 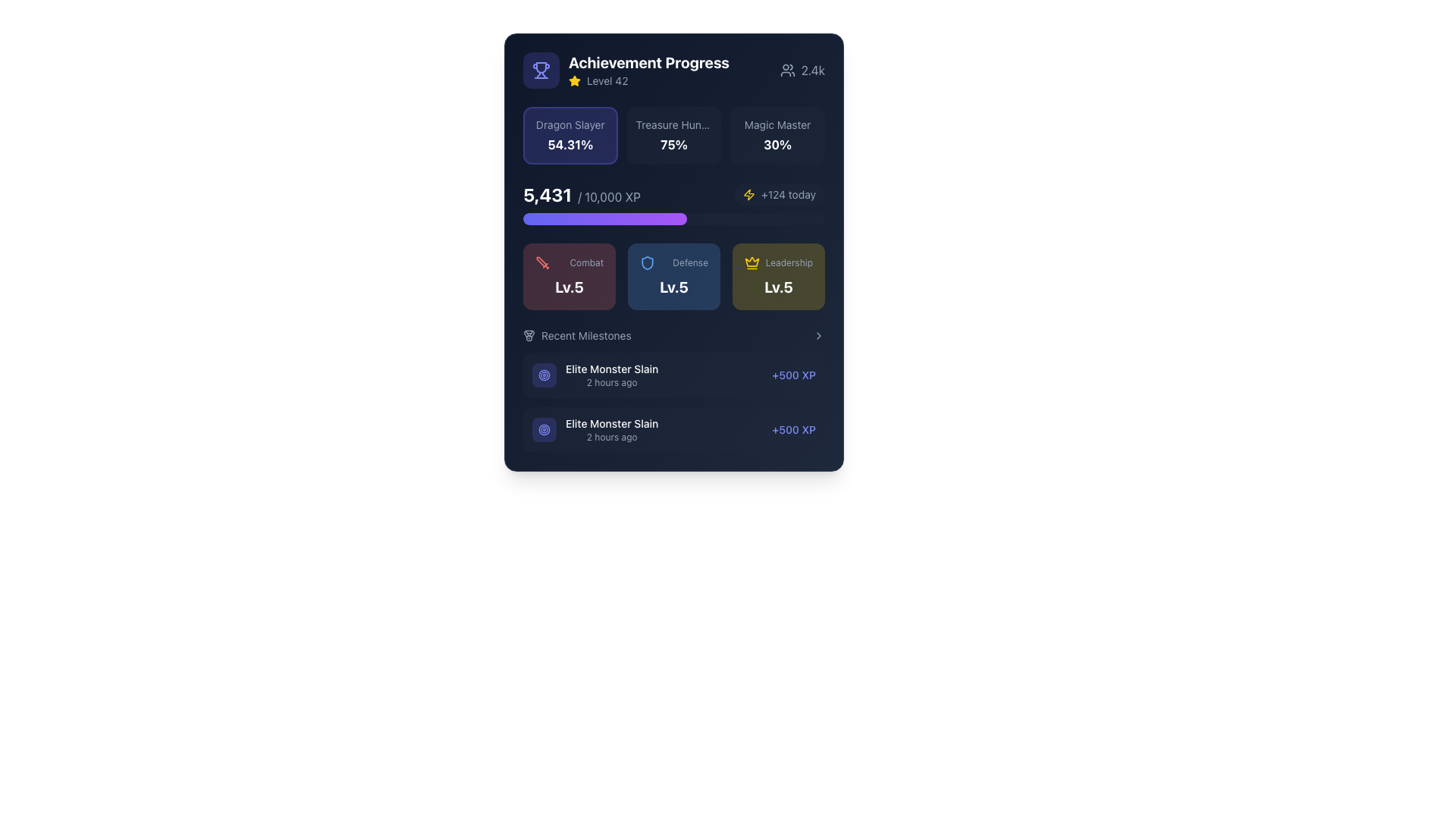 I want to click on the progress bar that is horizontally centered and located directly below the text '5,431 / 10,000 XP +124 today', which features a rounded design filled with a gradient from indigo to purple, so click(x=673, y=219).